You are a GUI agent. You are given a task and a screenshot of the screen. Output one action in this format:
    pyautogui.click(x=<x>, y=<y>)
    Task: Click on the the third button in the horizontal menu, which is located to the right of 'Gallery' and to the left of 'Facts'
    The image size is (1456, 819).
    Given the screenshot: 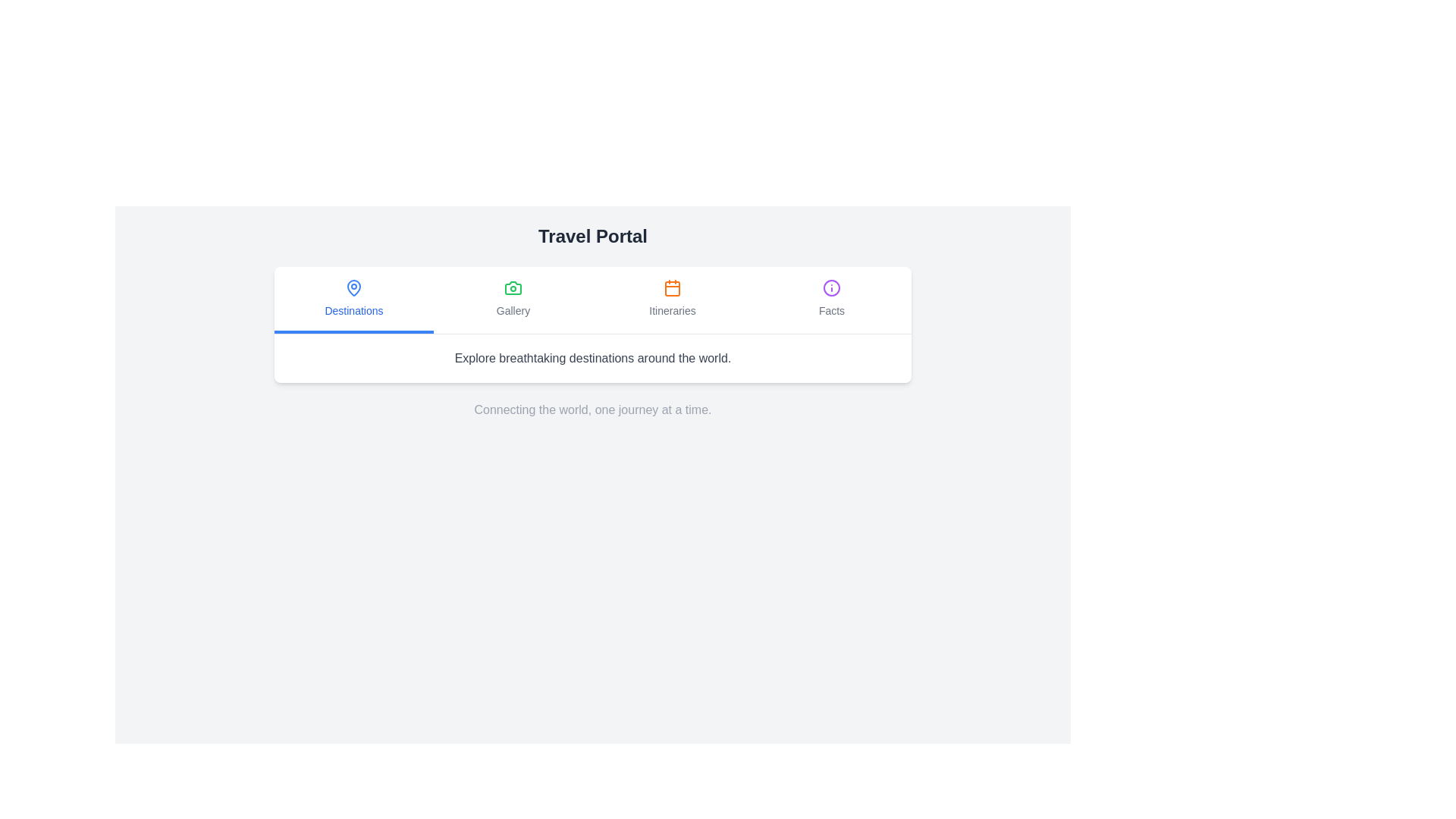 What is the action you would take?
    pyautogui.click(x=672, y=300)
    